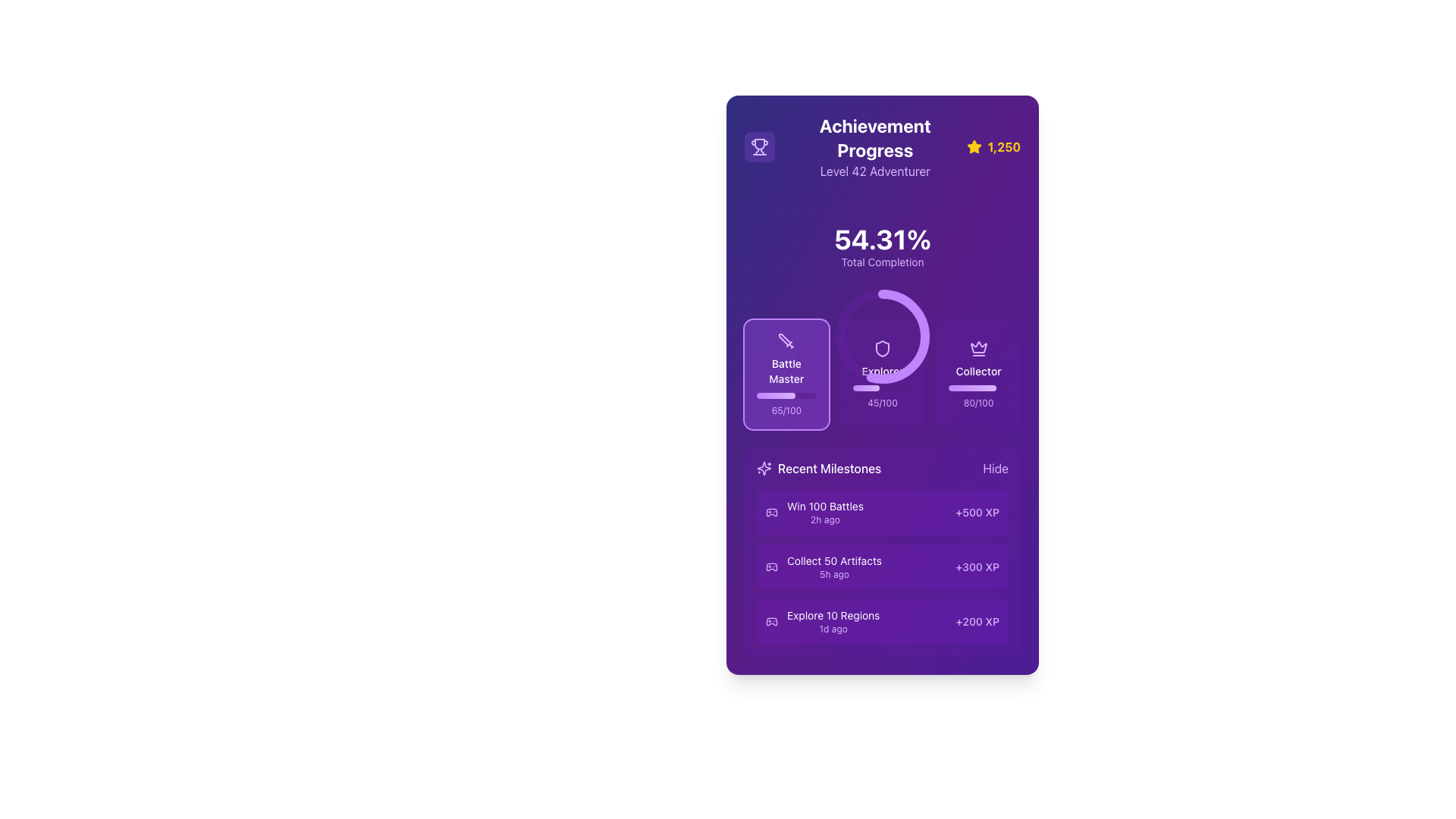 The image size is (1456, 819). What do you see at coordinates (1004, 146) in the screenshot?
I see `value displayed in the bold yellow text label showing '1,250', located to the right of a yellow star icon on the top-right of a purple card interface` at bounding box center [1004, 146].